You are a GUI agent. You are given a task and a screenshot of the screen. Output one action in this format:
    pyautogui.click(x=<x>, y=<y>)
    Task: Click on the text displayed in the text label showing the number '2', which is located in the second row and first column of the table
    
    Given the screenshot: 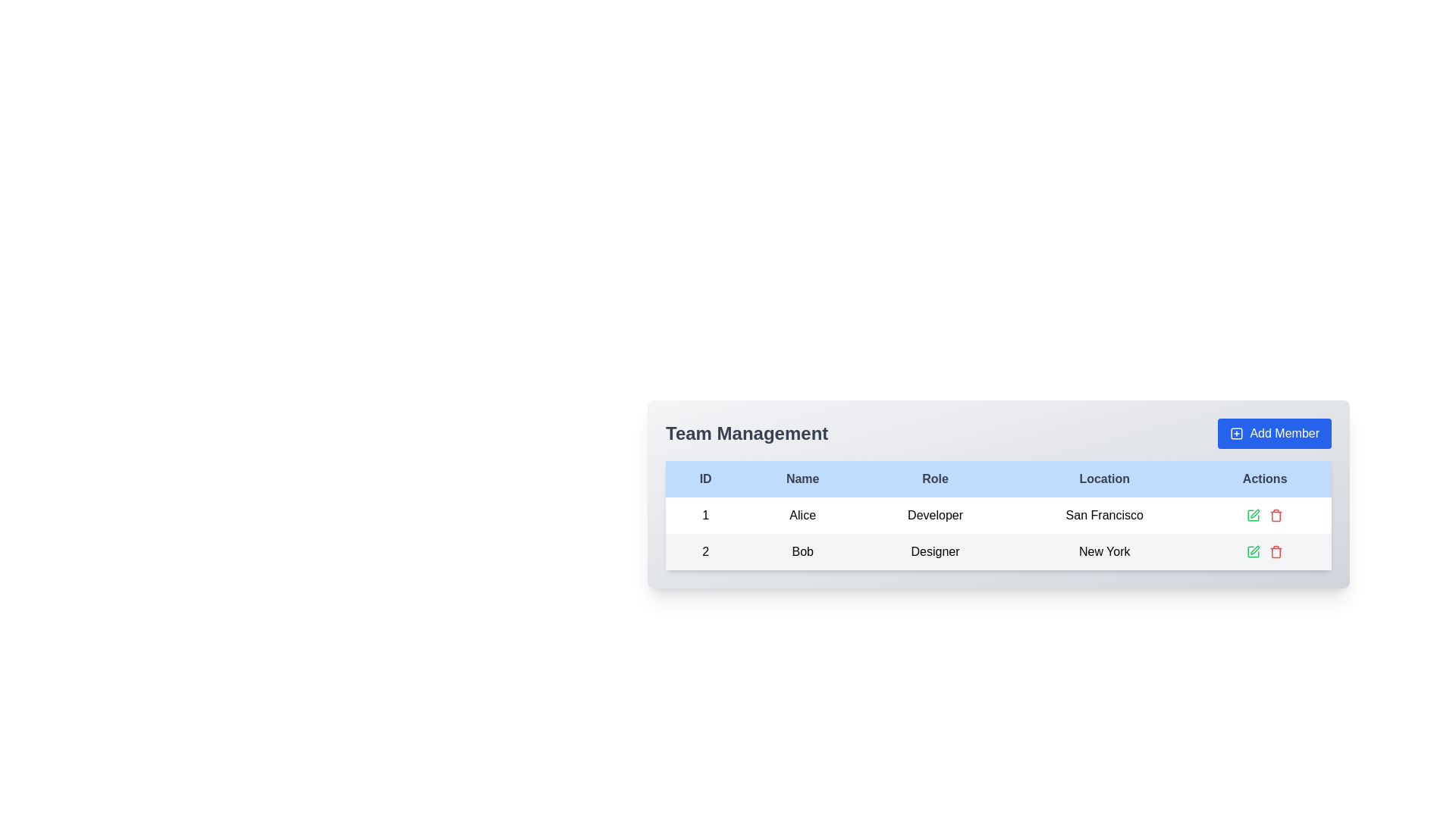 What is the action you would take?
    pyautogui.click(x=704, y=552)
    